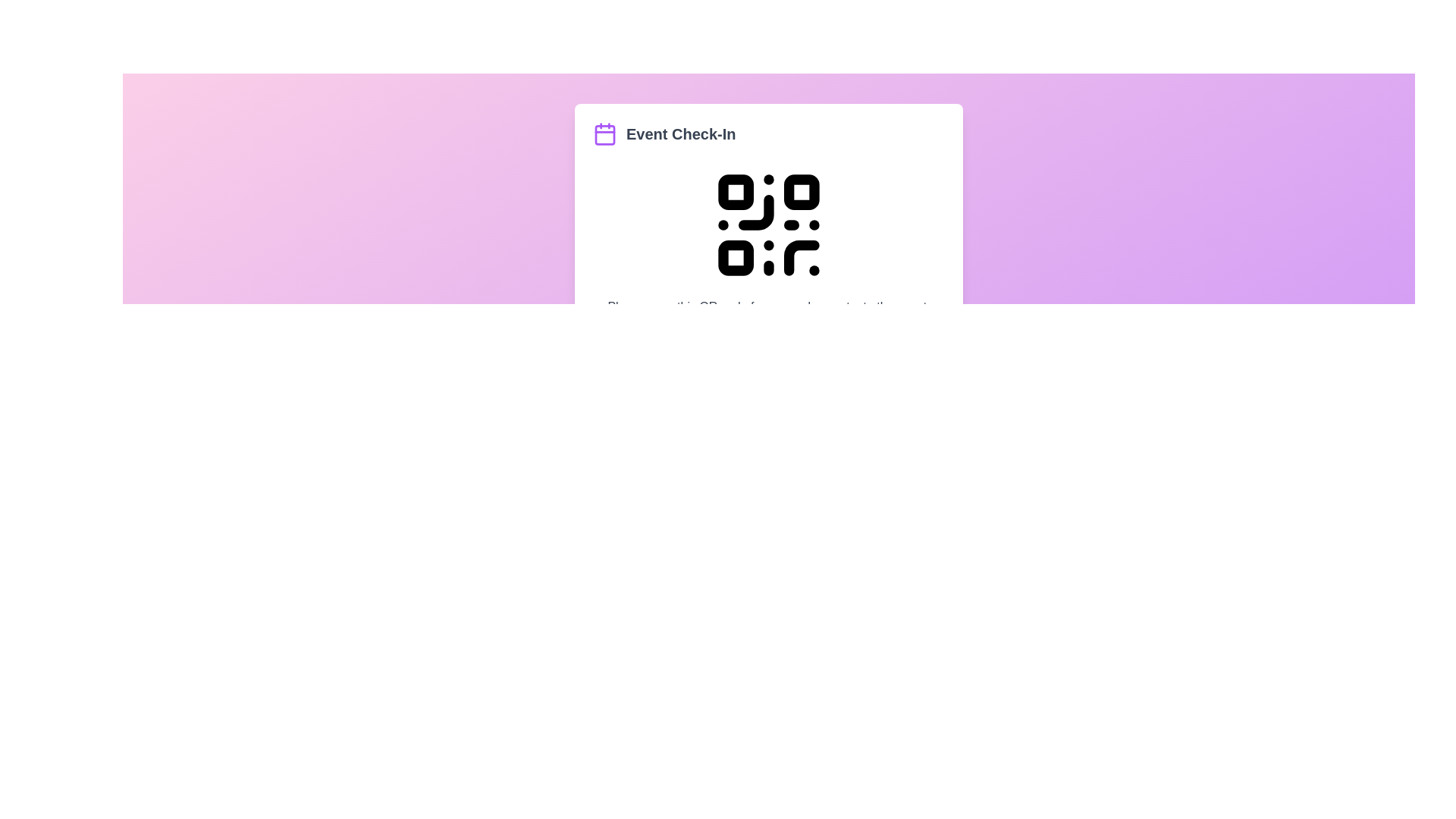  Describe the element at coordinates (736, 191) in the screenshot. I see `the top-left corner square of the QR code, which serves as an alignment indicator in the SVG graphic labeled 'lucide-qr-code'` at that location.